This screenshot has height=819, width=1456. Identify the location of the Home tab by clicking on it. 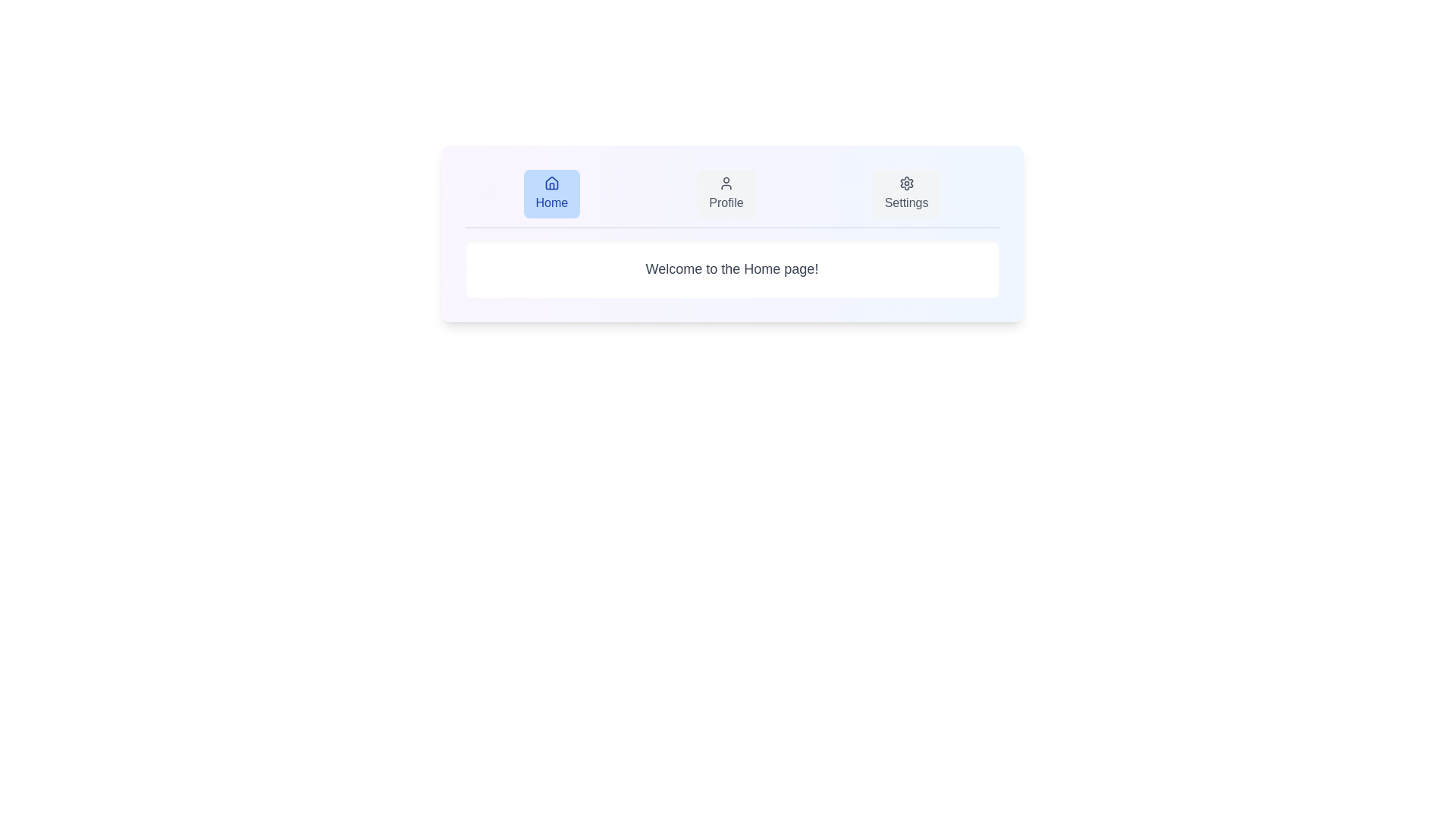
(551, 193).